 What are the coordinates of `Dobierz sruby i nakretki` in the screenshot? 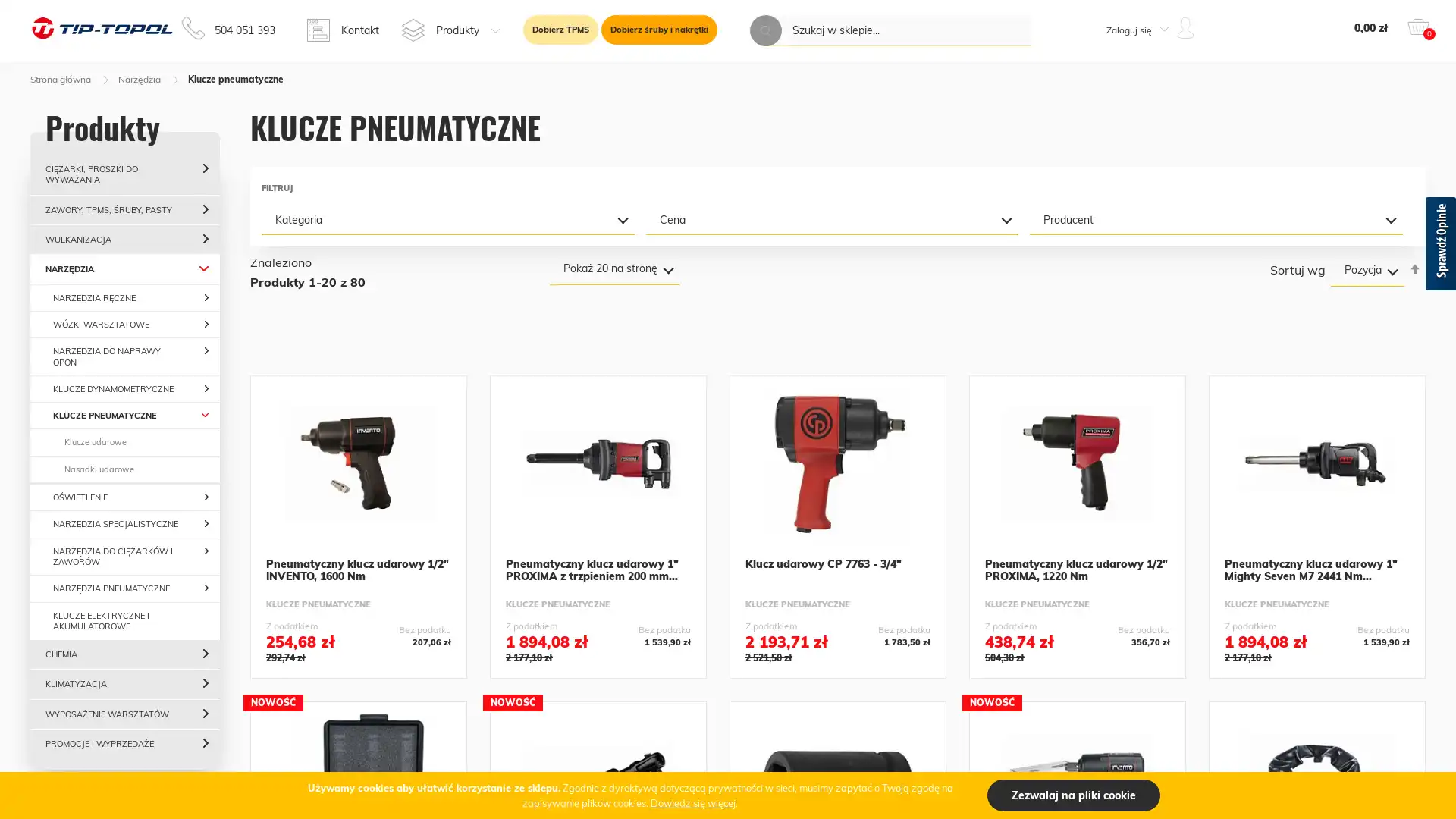 It's located at (659, 30).